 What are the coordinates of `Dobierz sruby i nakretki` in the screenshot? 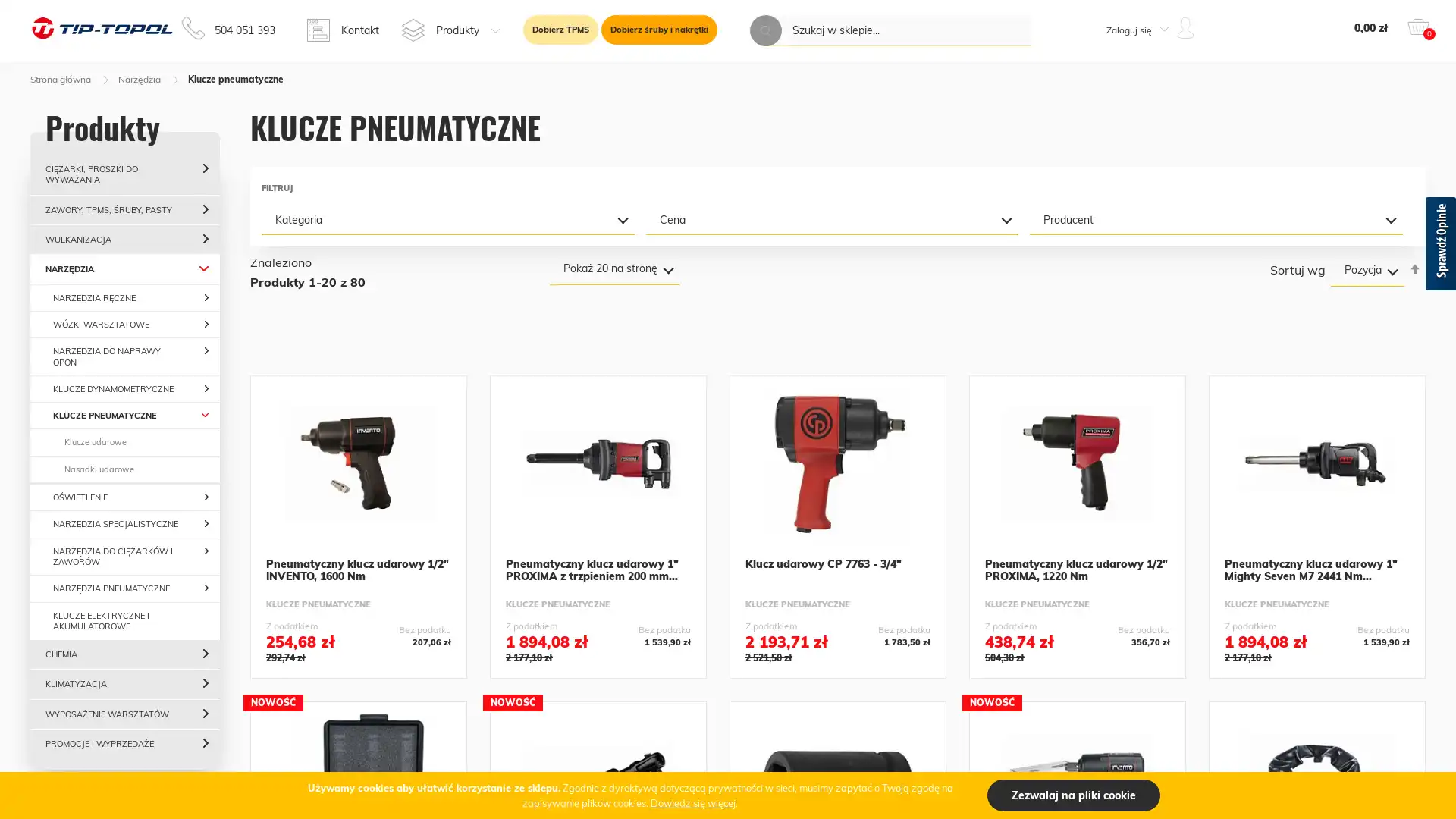 It's located at (659, 30).